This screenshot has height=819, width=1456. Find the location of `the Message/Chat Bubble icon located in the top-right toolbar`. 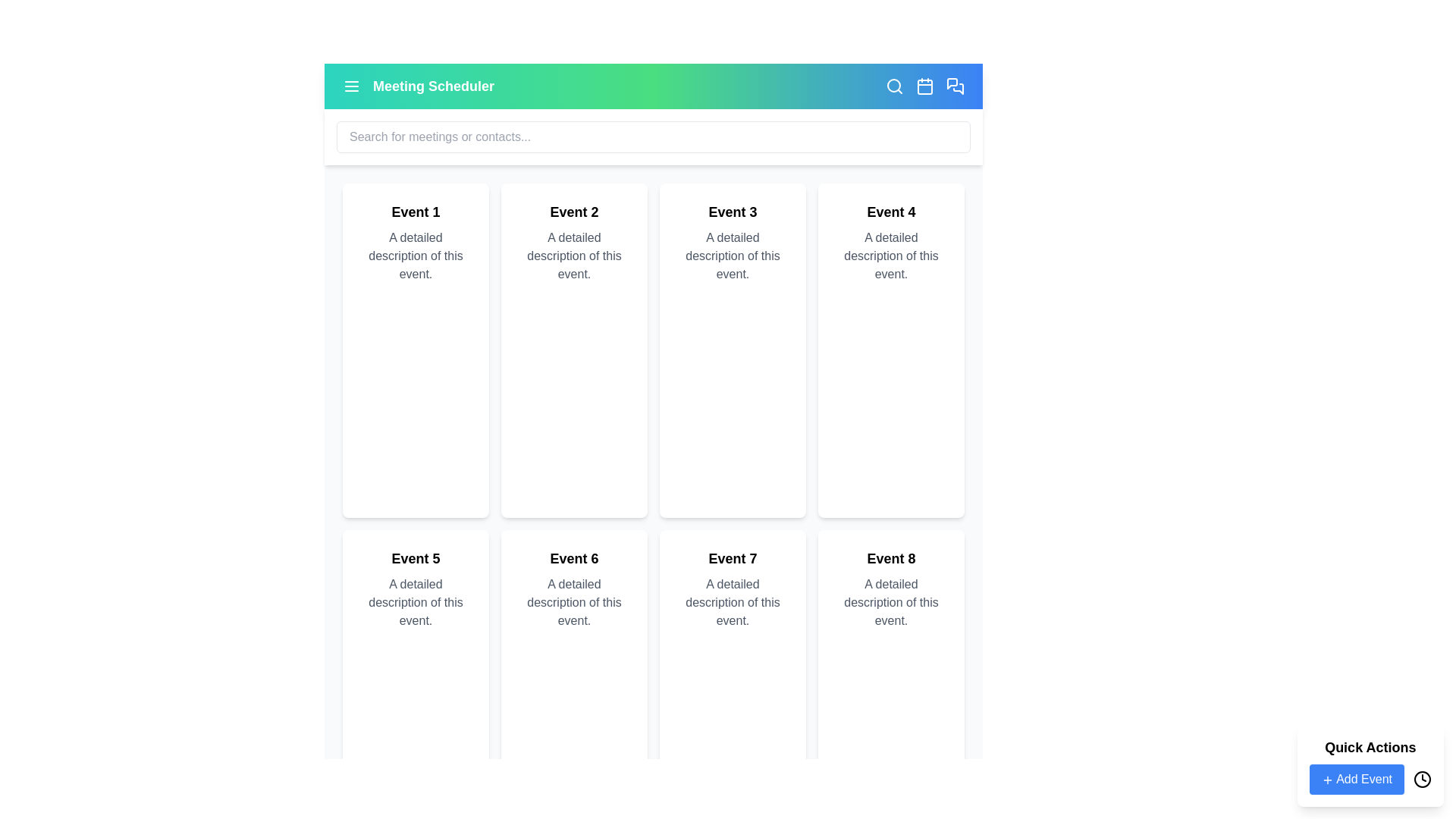

the Message/Chat Bubble icon located in the top-right toolbar is located at coordinates (952, 83).